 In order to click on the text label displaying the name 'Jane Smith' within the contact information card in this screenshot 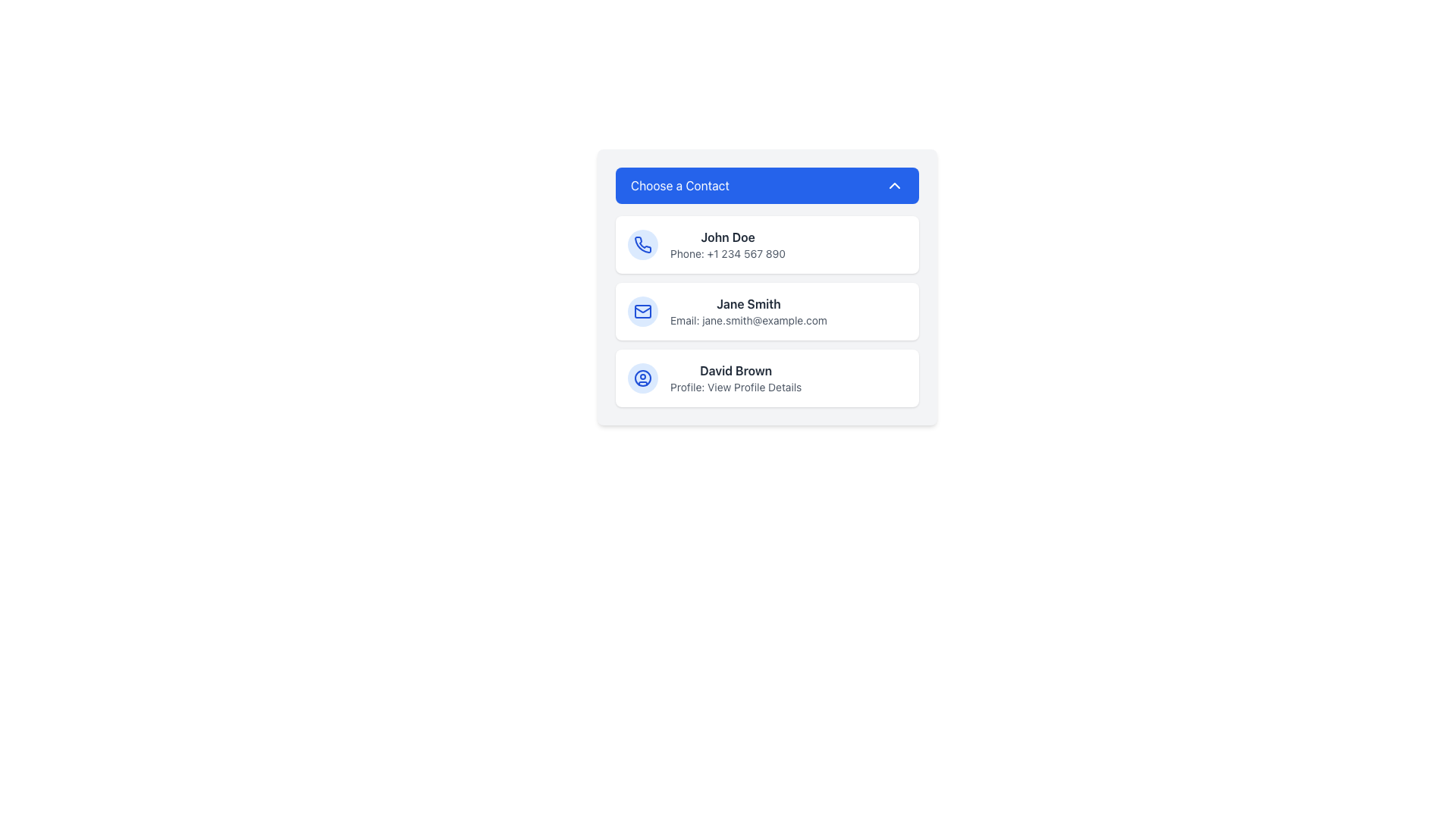, I will do `click(748, 304)`.